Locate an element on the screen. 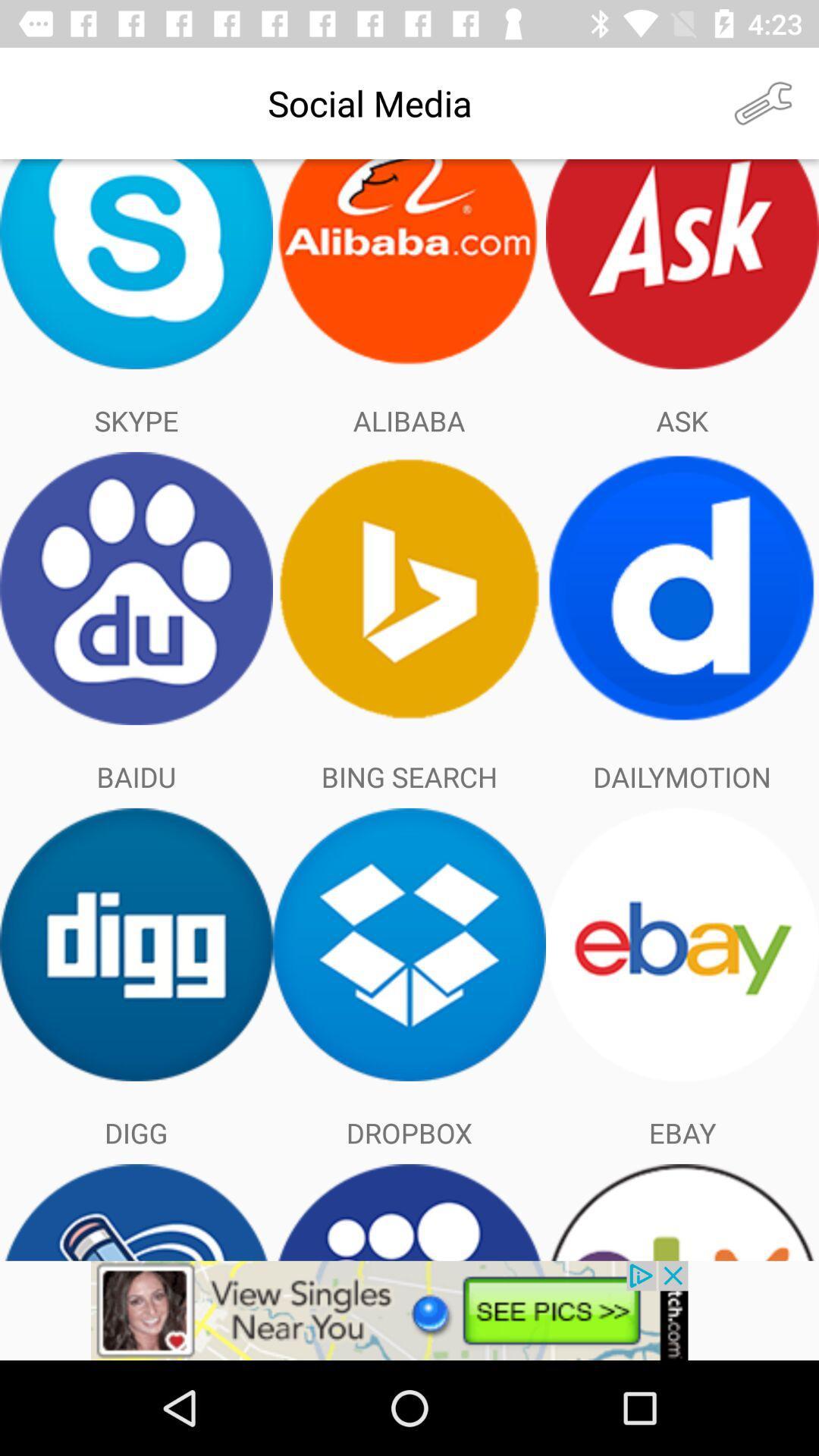  to advertisement box is located at coordinates (409, 1310).